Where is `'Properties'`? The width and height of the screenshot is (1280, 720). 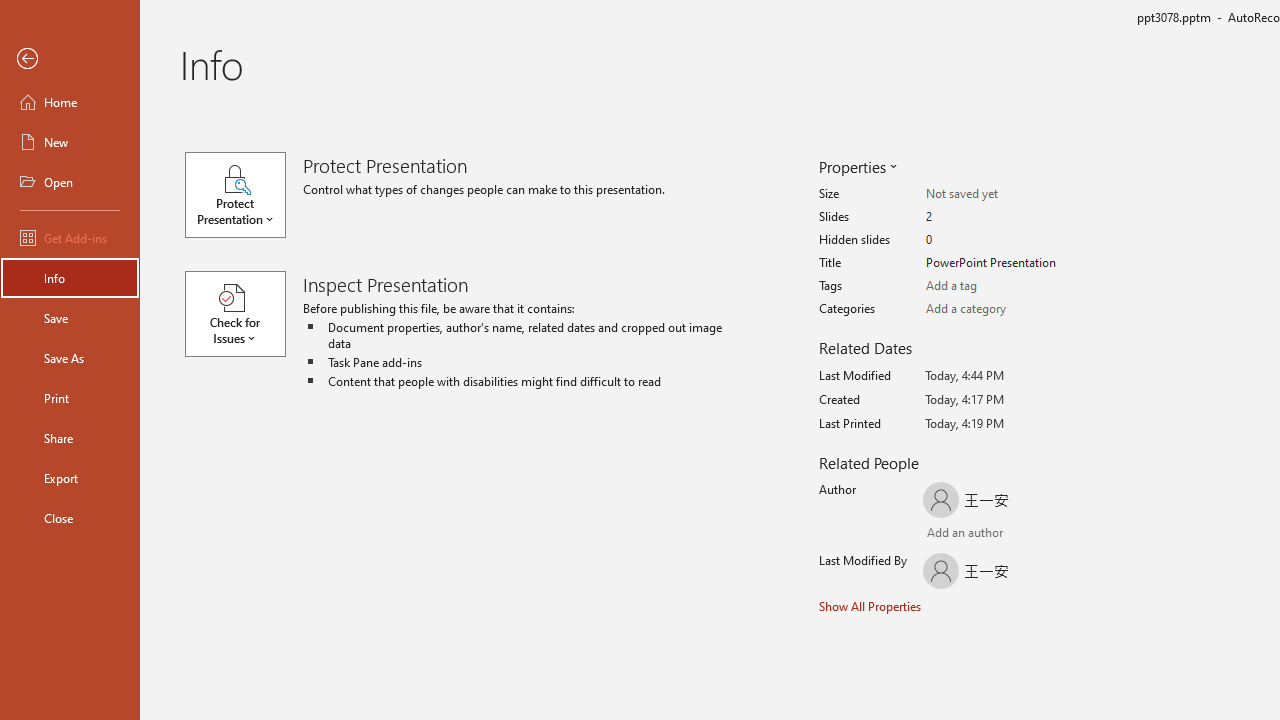 'Properties' is located at coordinates (856, 166).